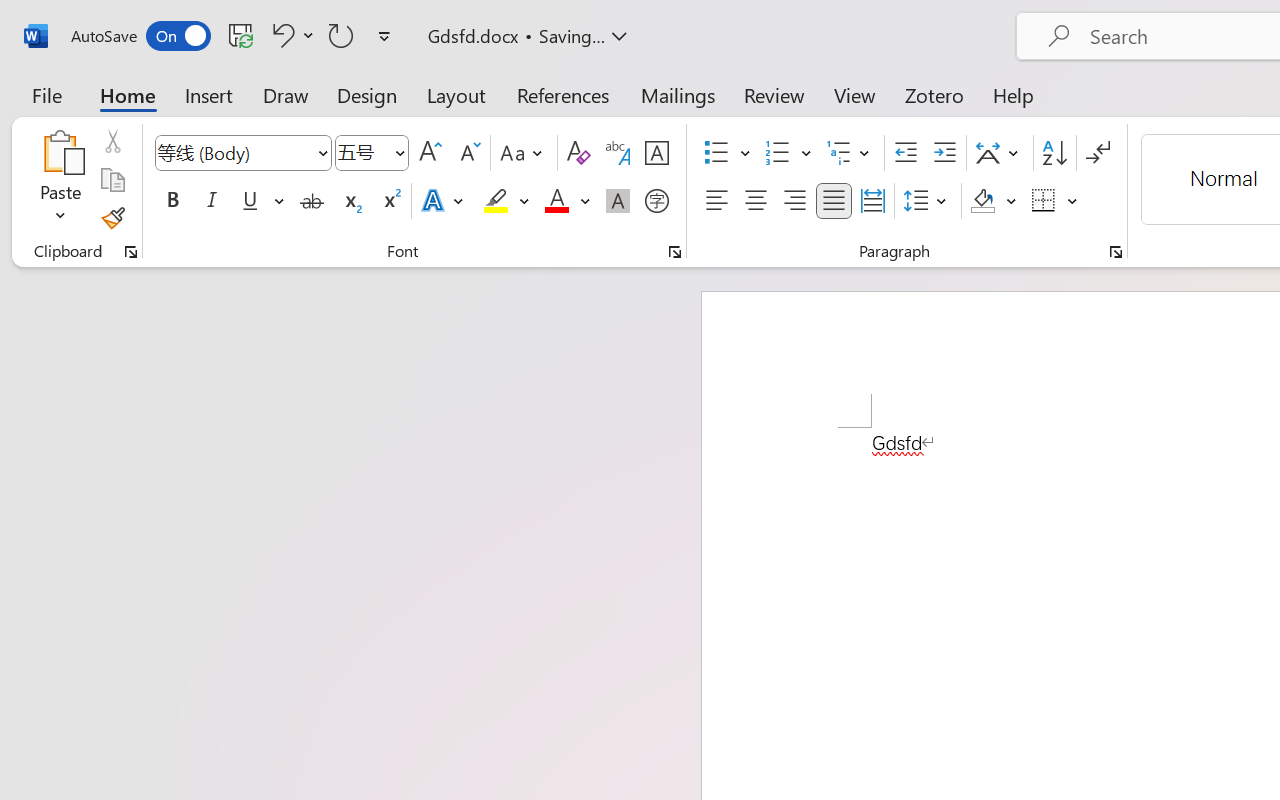  I want to click on 'Office Clipboard...', so click(130, 251).